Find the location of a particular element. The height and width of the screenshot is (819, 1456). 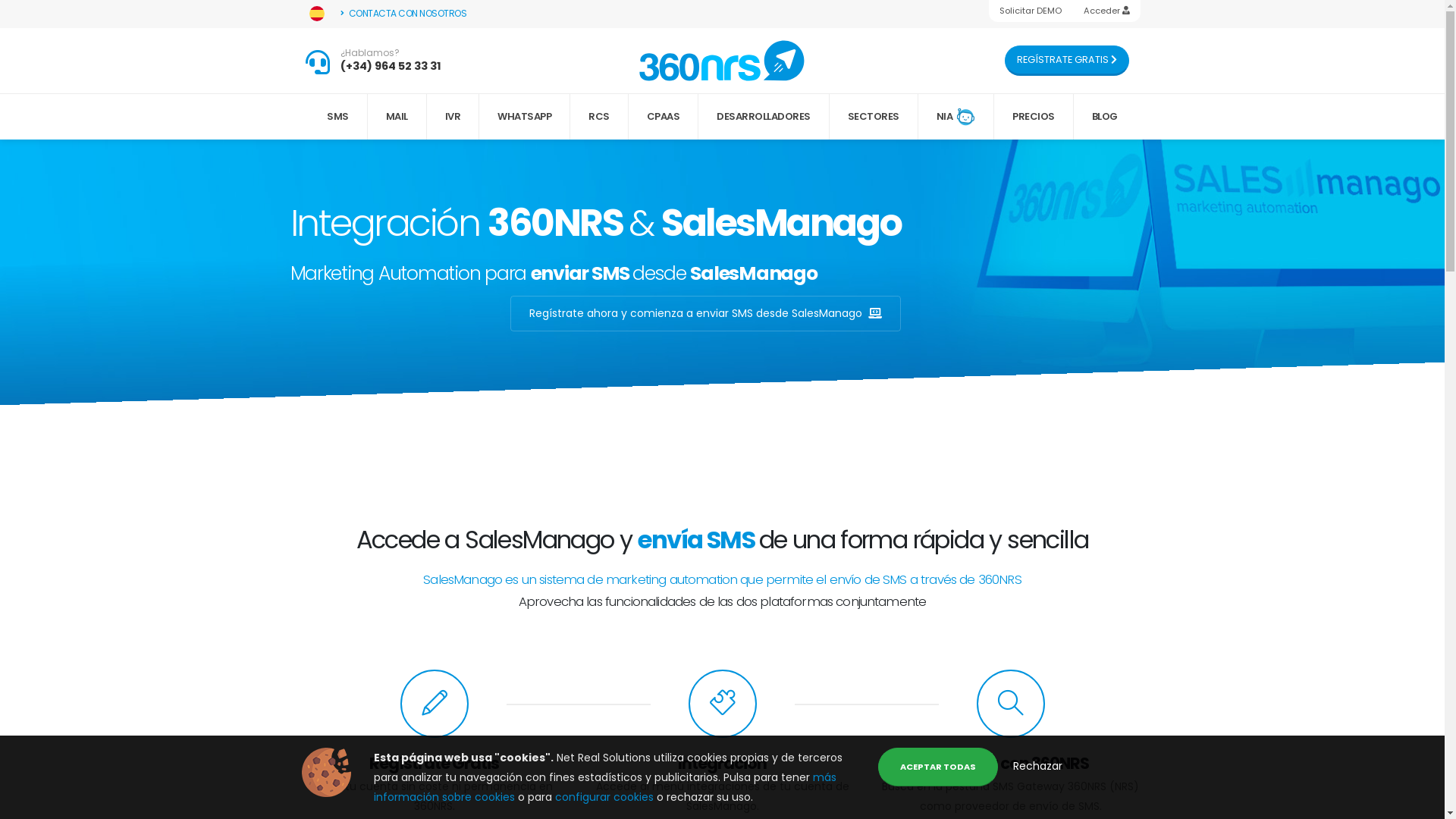

'RCS' is located at coordinates (598, 116).